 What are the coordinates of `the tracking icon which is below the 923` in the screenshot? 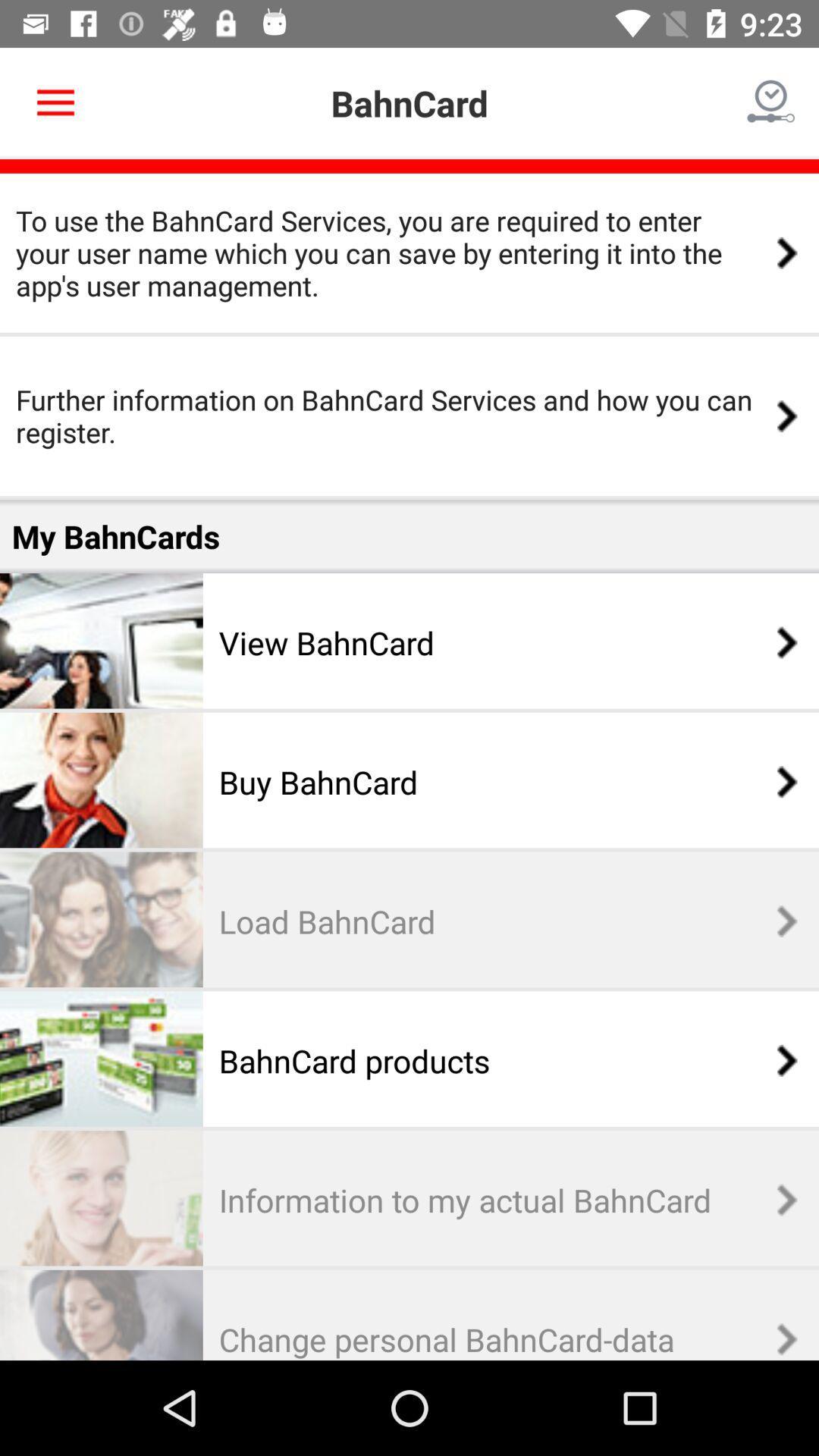 It's located at (771, 103).